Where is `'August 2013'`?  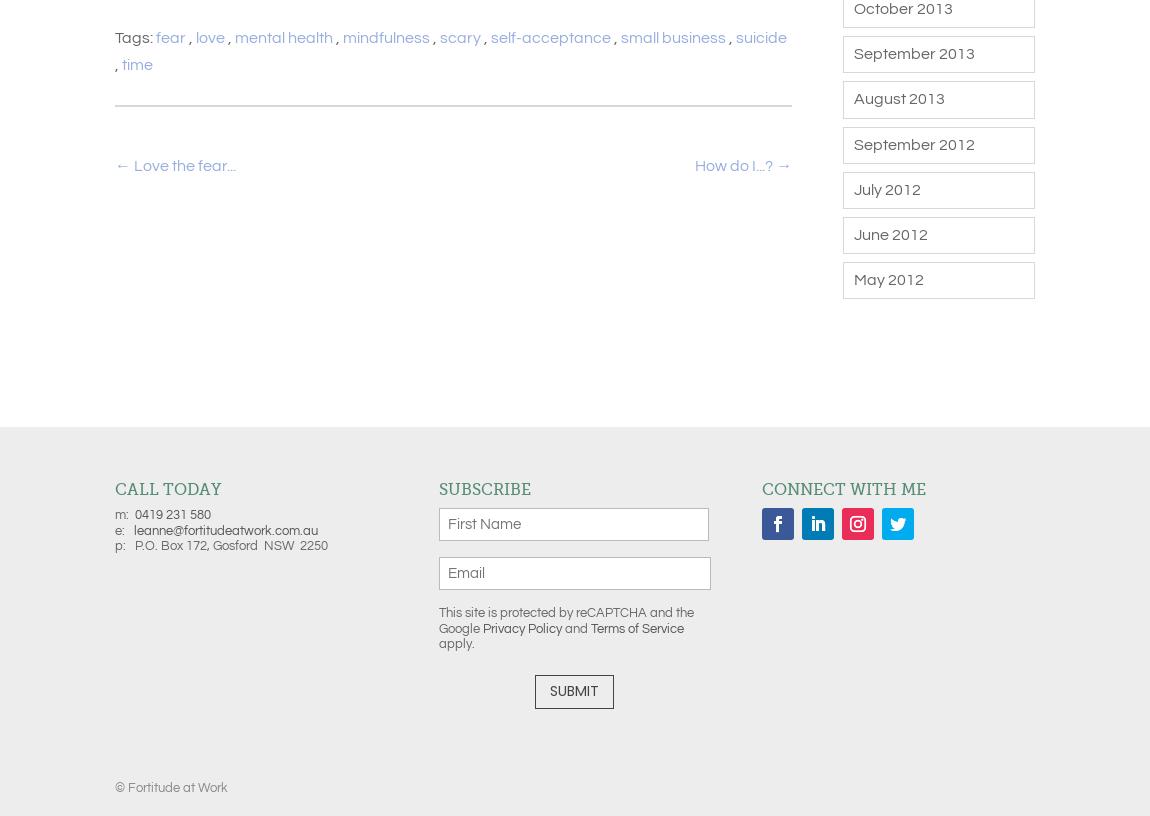
'August 2013' is located at coordinates (898, 97).